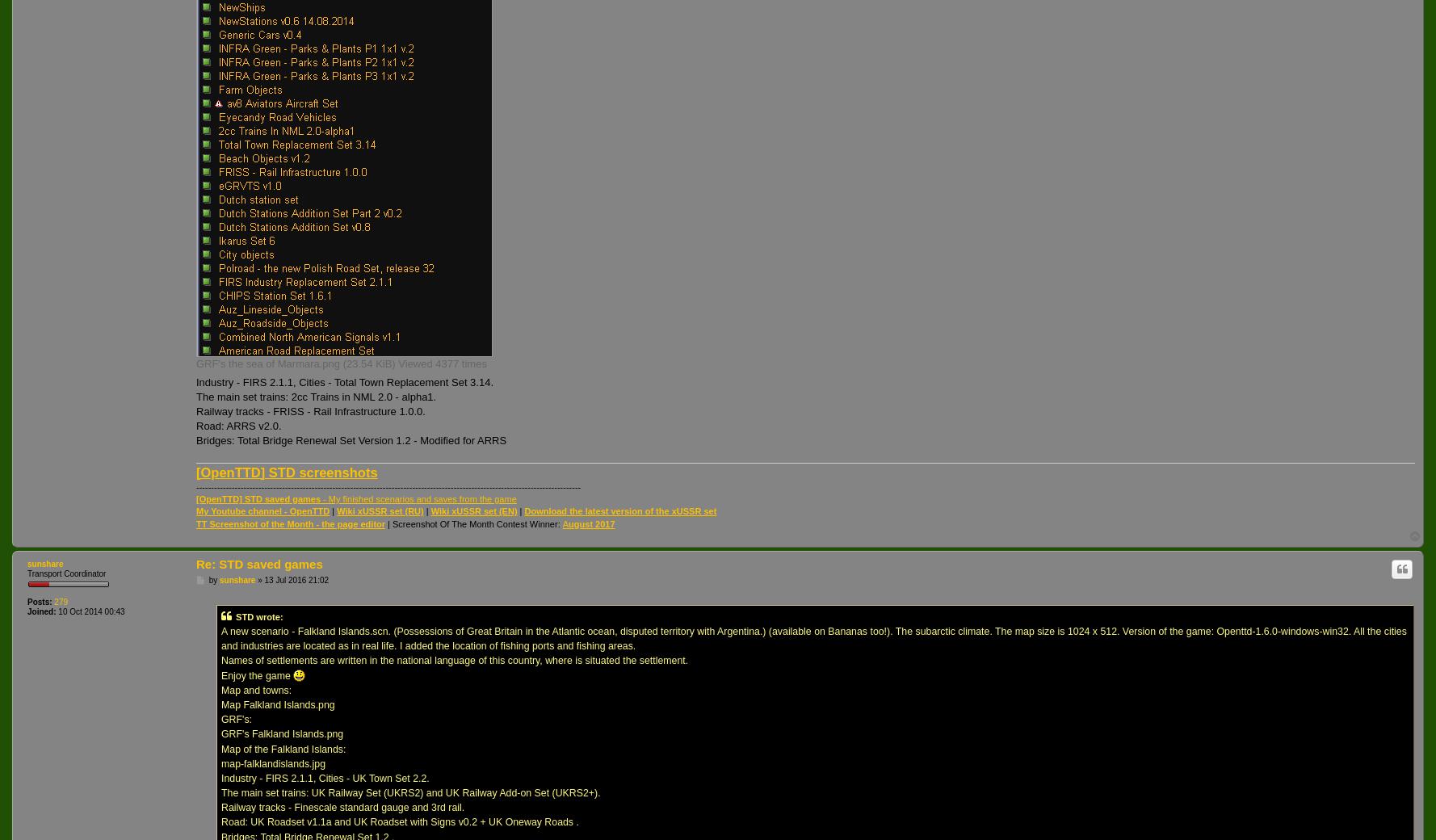 This screenshot has width=1436, height=840. Describe the element at coordinates (65, 573) in the screenshot. I see `'Transport Coordinator'` at that location.